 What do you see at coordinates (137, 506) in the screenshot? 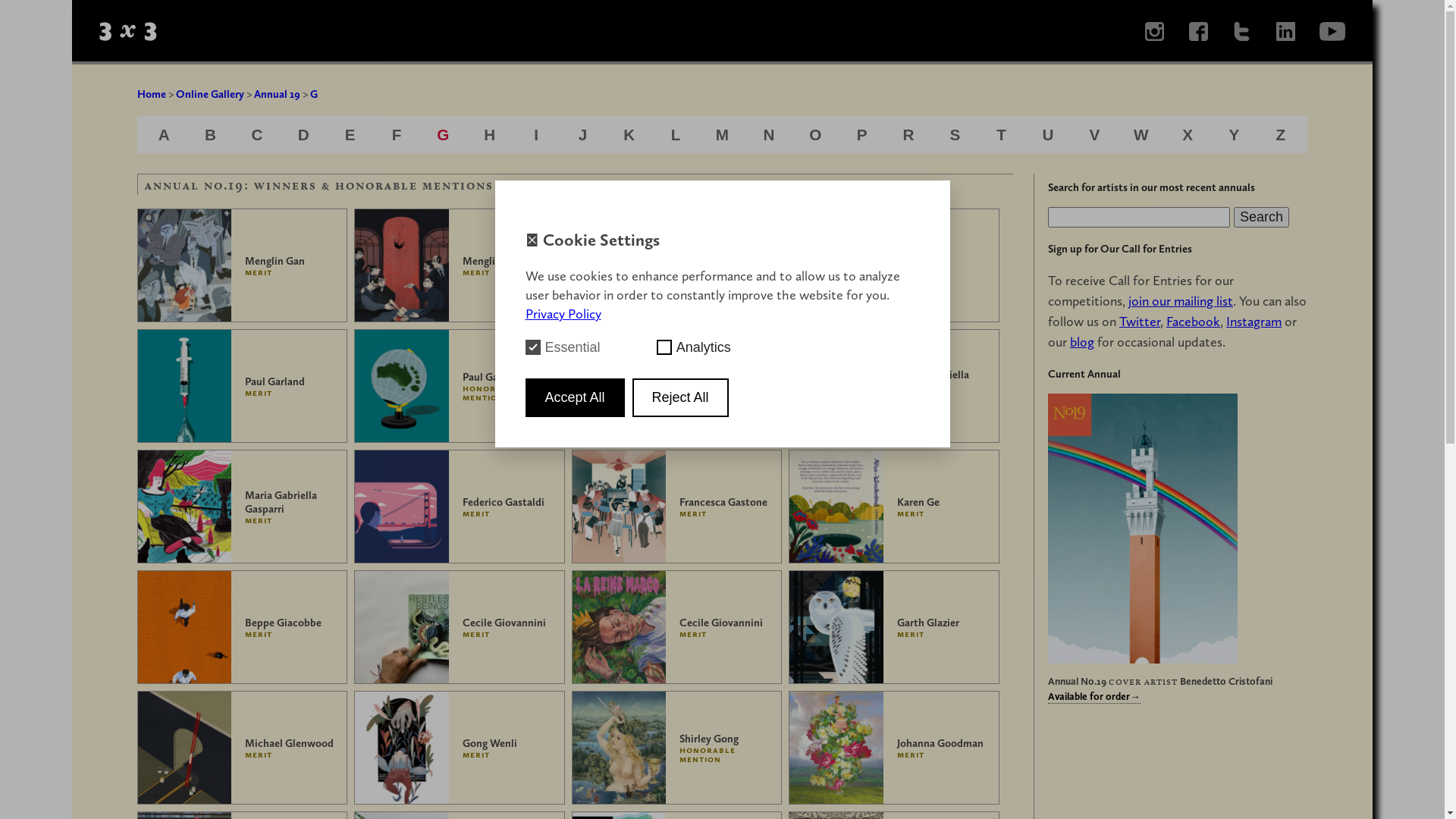
I see `'Maria Gabriella Gasparri` at bounding box center [137, 506].